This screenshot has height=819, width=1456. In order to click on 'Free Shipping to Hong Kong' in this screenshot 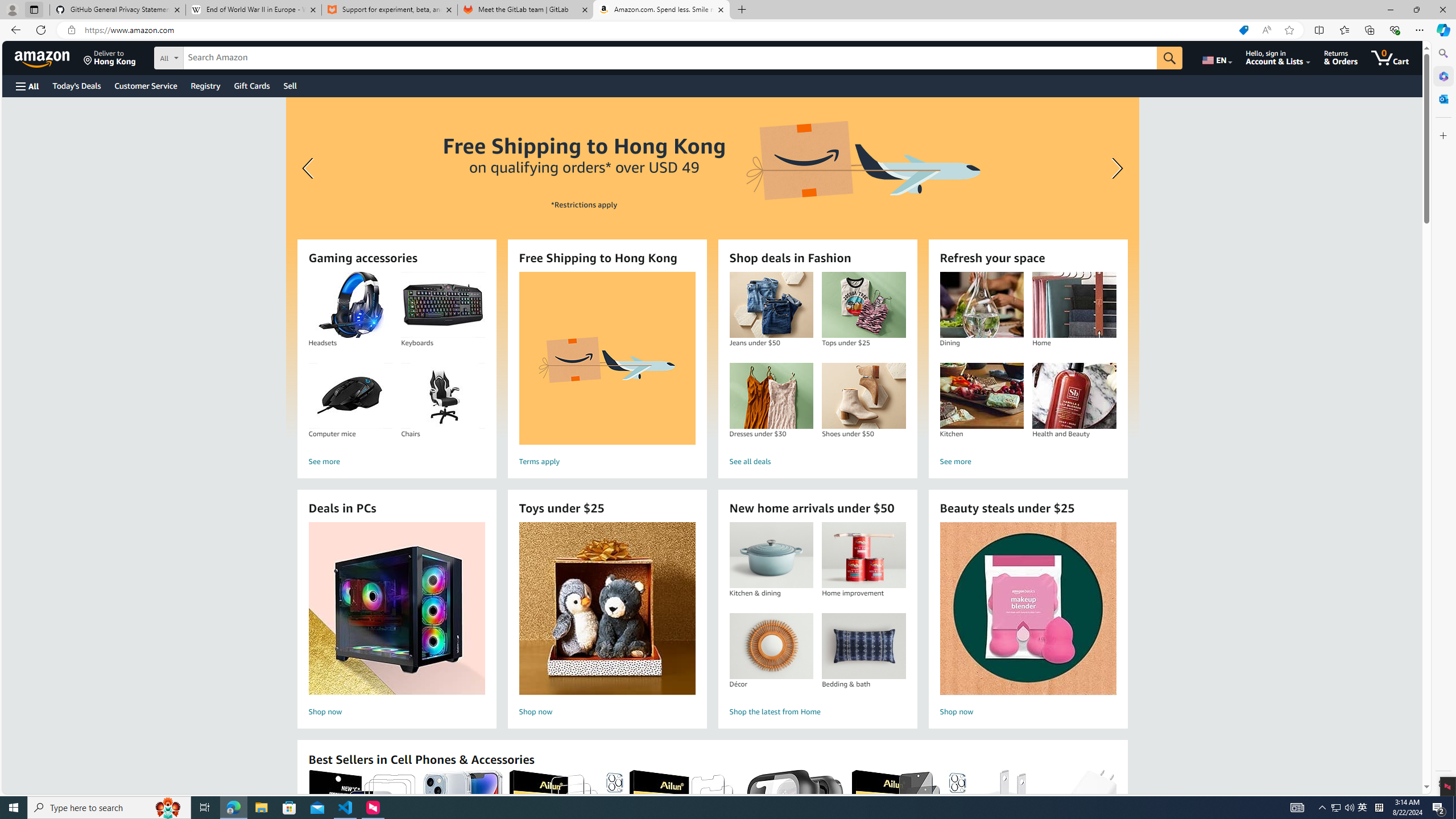, I will do `click(607, 358)`.